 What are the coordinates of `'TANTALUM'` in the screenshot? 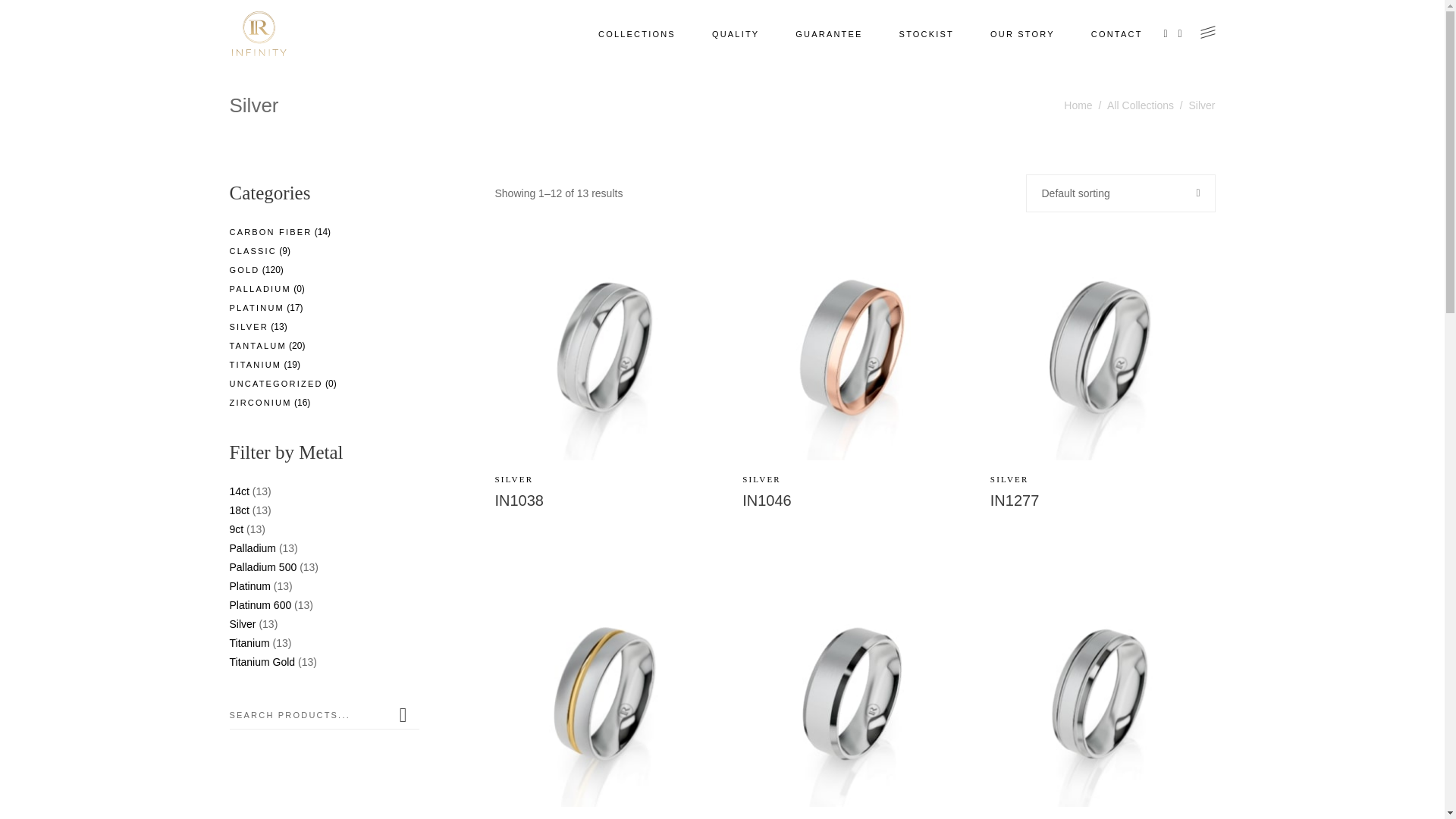 It's located at (257, 345).